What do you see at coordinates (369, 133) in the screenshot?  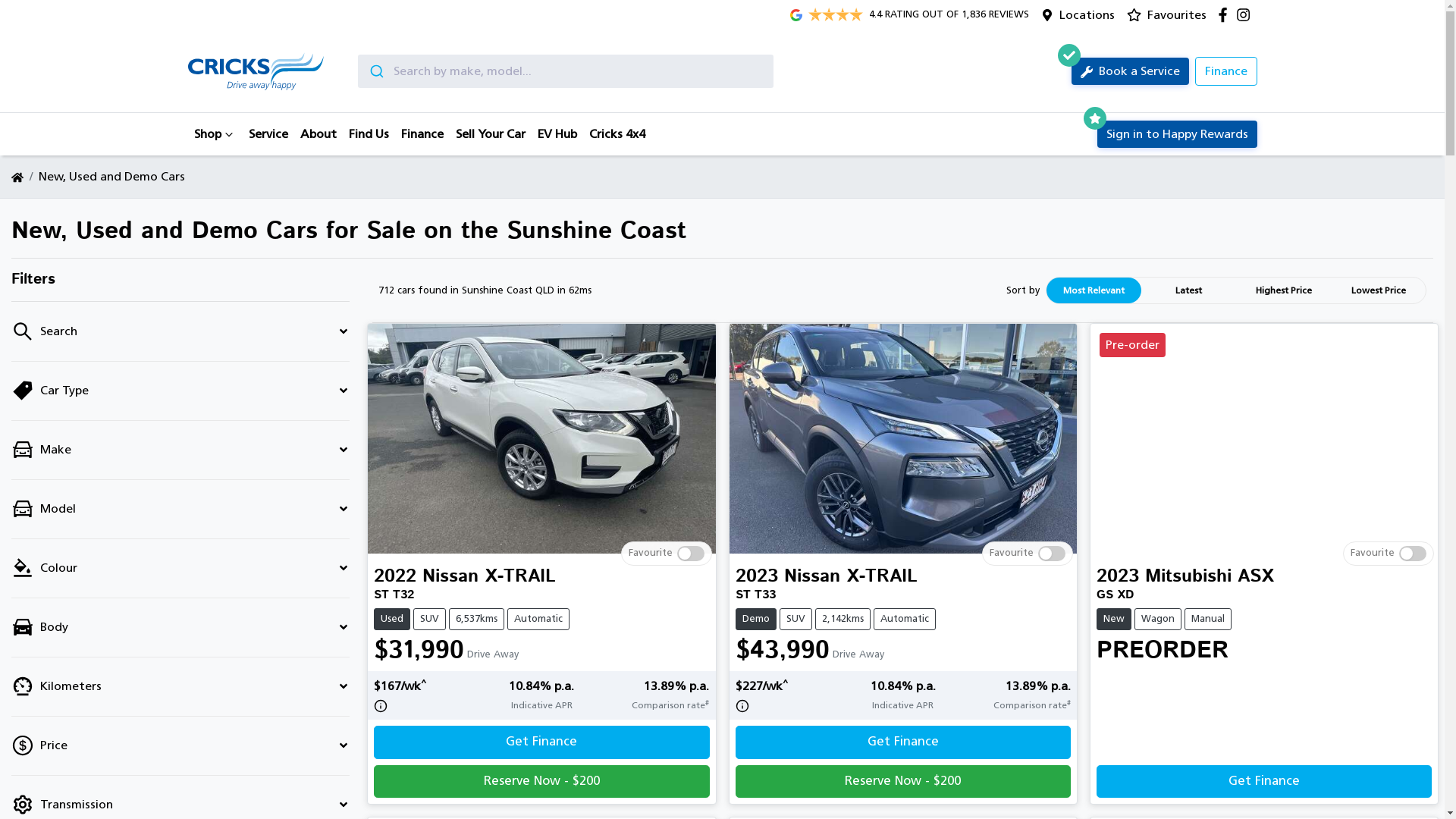 I see `'Find Us'` at bounding box center [369, 133].